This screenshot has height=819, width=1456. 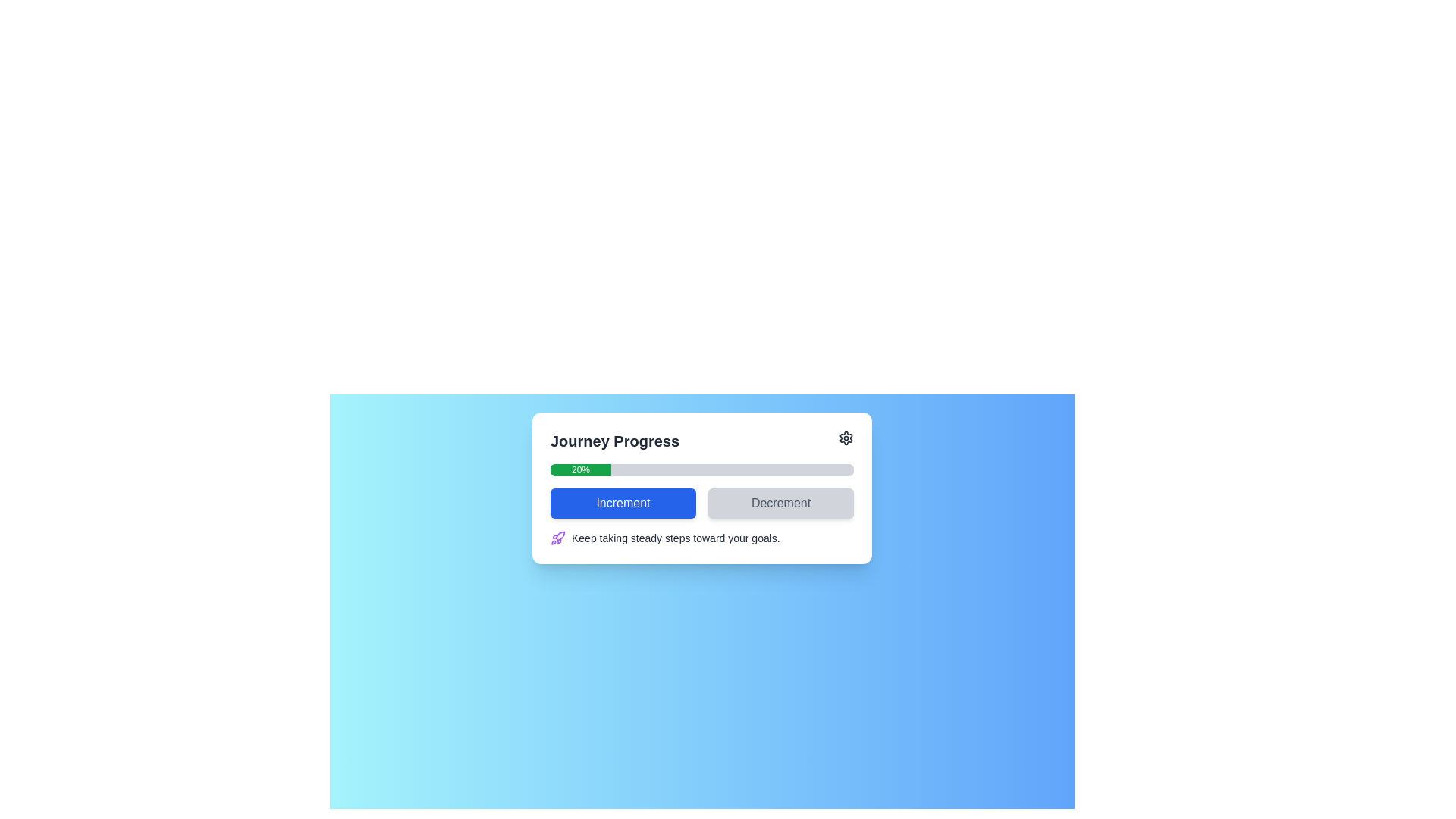 I want to click on the 'Decrement' button, which is a light gray rectangular button with darker gray text and rounded corners, located to the right of the 'Increment' button and below the 'Journey Progress' indicator, so click(x=781, y=503).